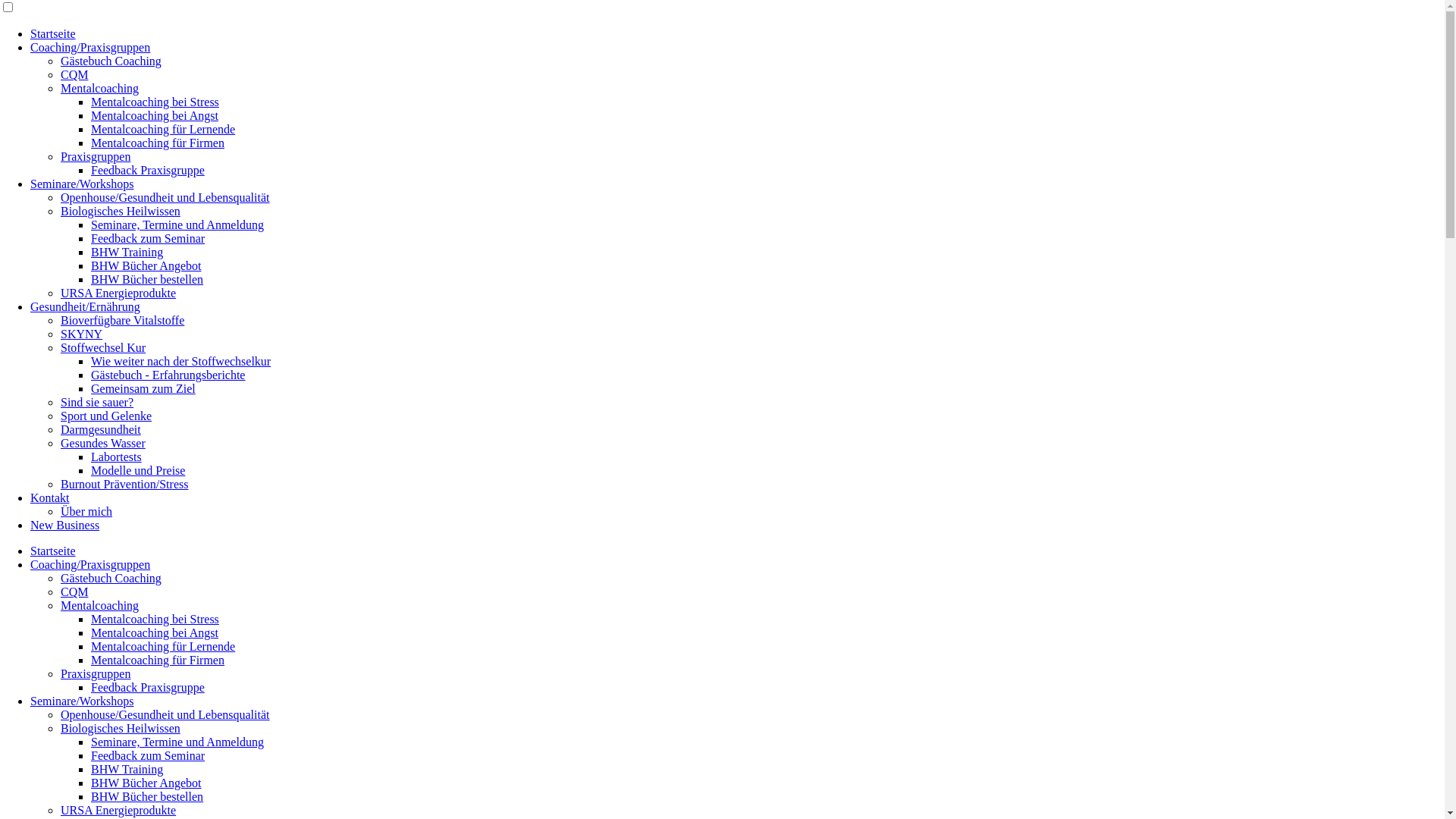  I want to click on 'Seminare, Termine und Anmeldung', so click(177, 224).